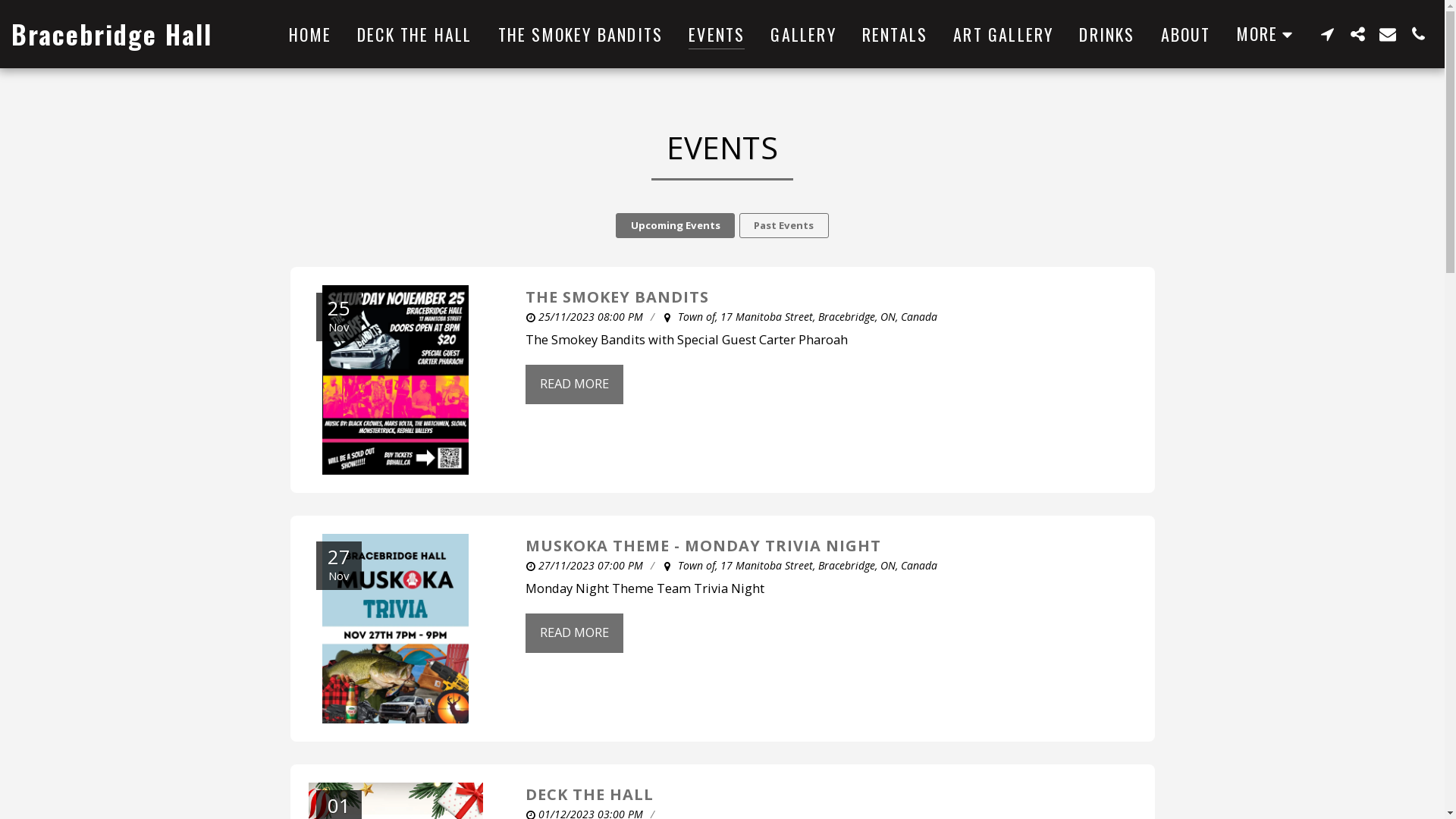  Describe the element at coordinates (524, 632) in the screenshot. I see `'READ MORE'` at that location.